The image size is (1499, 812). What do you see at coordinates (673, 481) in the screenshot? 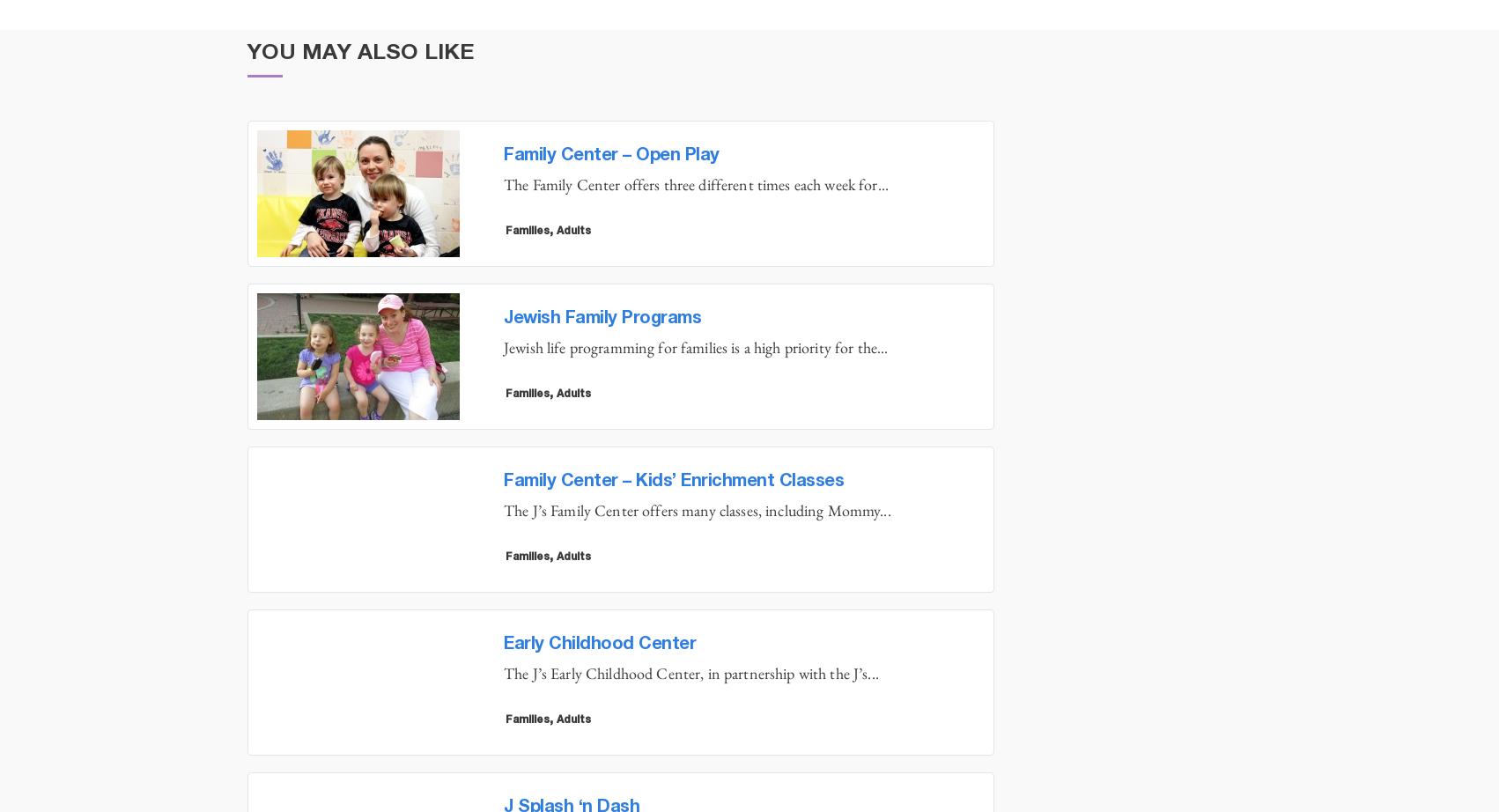
I see `'Family Center – Kids’ Enrichment Classes'` at bounding box center [673, 481].